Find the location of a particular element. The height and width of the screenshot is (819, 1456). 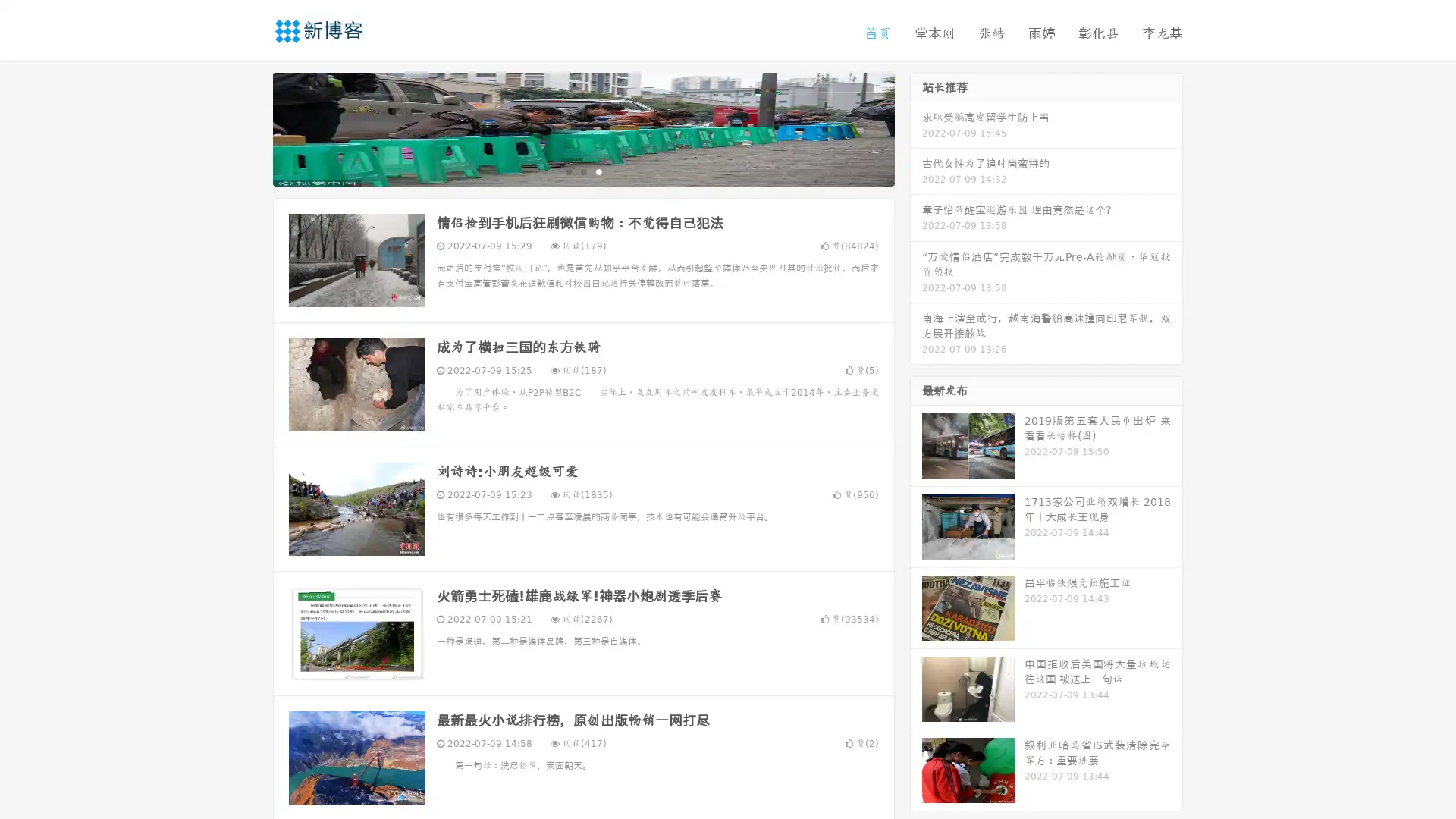

Previous slide is located at coordinates (250, 127).